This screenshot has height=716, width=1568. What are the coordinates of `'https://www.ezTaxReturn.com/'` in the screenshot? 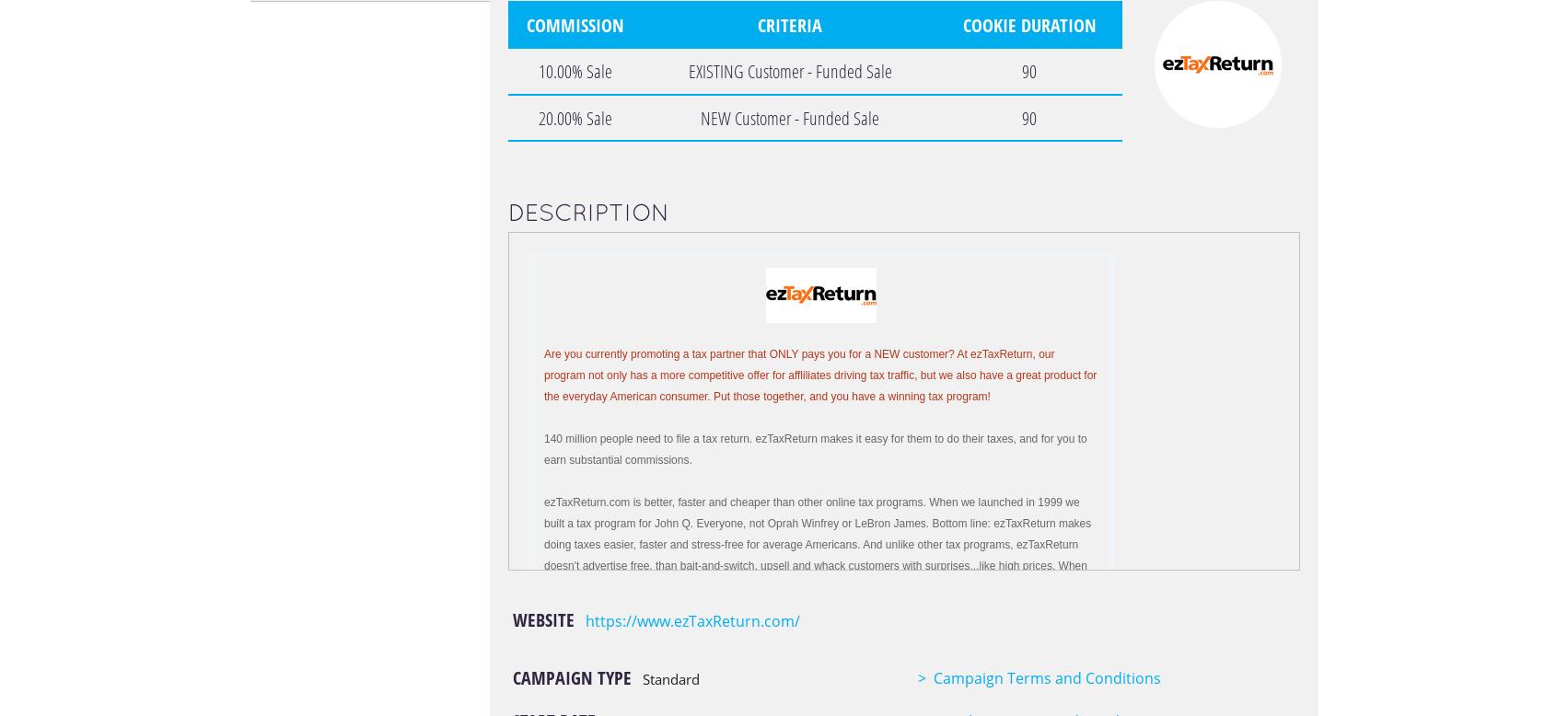 It's located at (691, 620).